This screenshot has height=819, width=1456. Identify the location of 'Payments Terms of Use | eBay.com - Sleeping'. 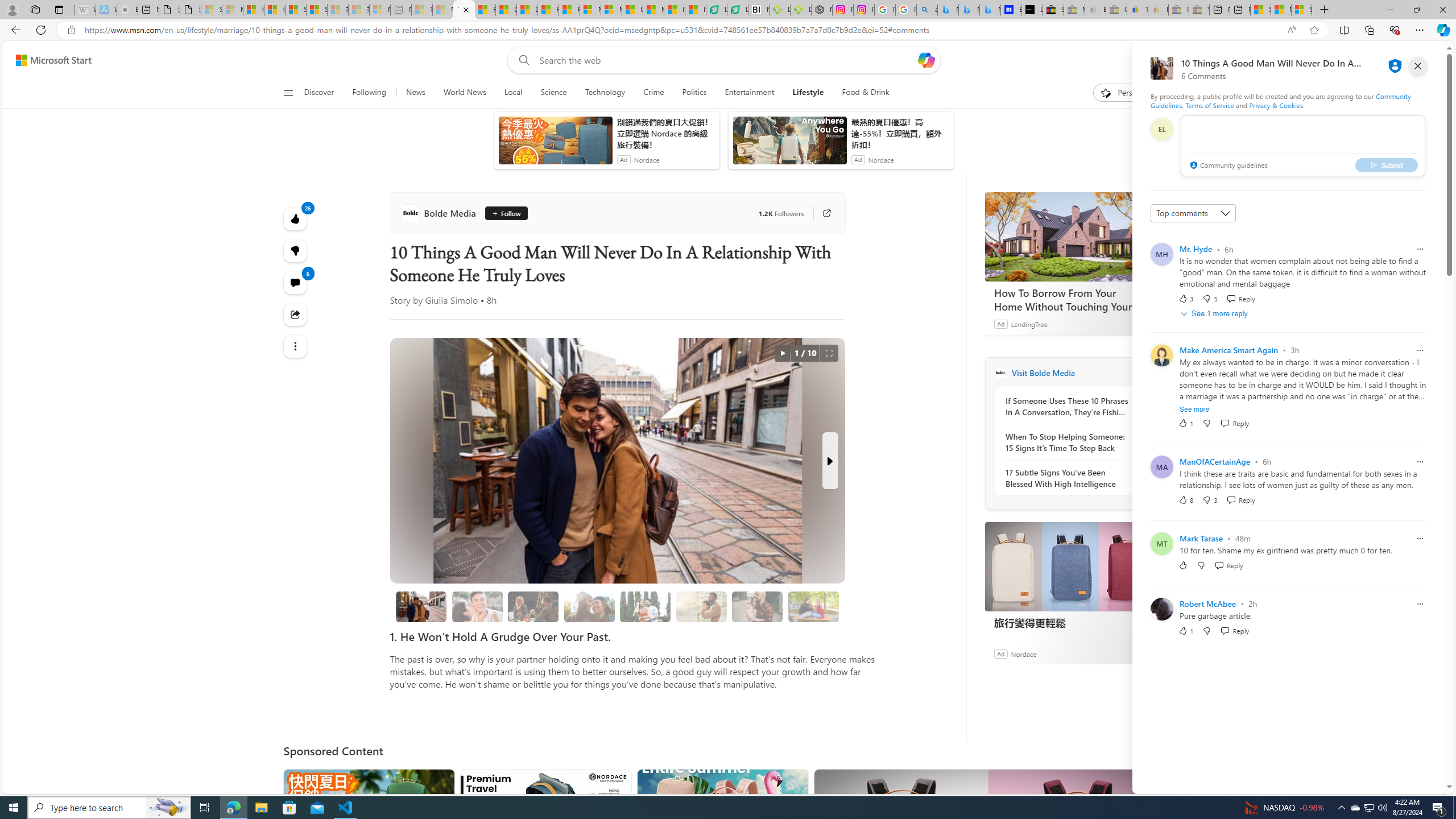
(1157, 9).